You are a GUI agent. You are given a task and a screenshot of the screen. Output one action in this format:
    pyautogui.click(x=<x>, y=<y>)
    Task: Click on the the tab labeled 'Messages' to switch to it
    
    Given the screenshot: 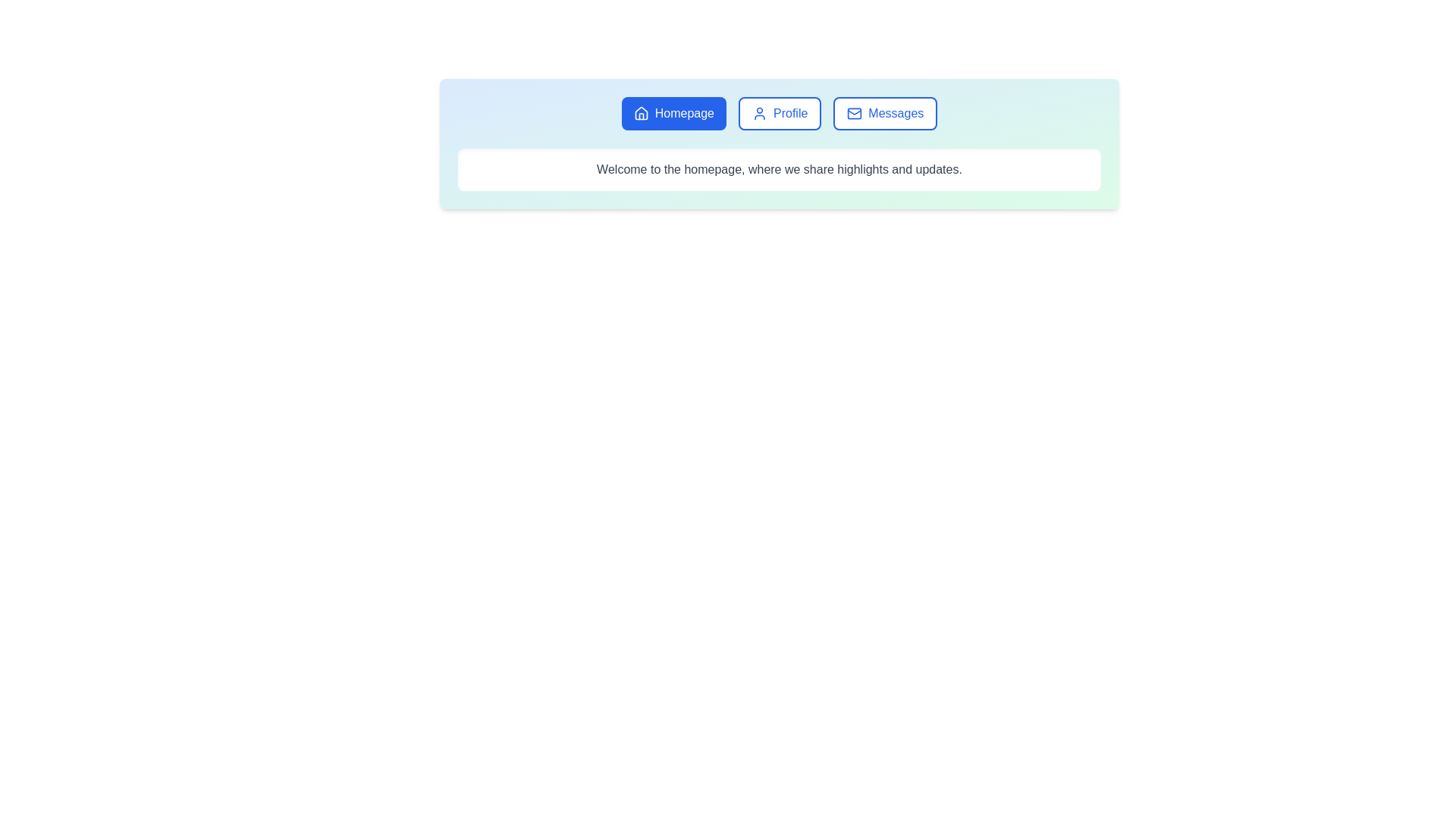 What is the action you would take?
    pyautogui.click(x=885, y=113)
    